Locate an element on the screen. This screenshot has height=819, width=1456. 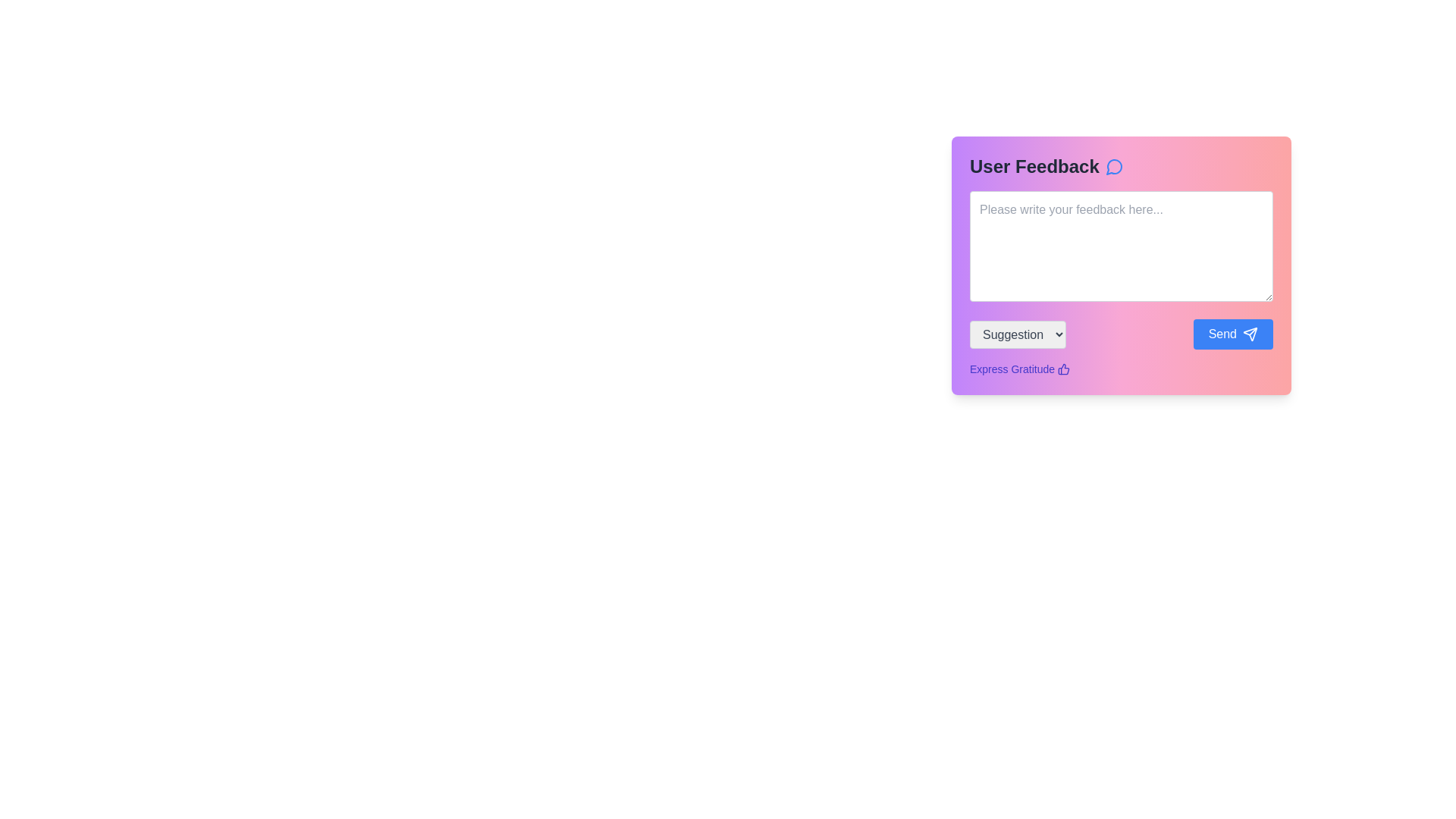
the small circular speech bubble icon with a blue outline, located next to the 'User Feedback' title in the feedback form interface is located at coordinates (1114, 166).